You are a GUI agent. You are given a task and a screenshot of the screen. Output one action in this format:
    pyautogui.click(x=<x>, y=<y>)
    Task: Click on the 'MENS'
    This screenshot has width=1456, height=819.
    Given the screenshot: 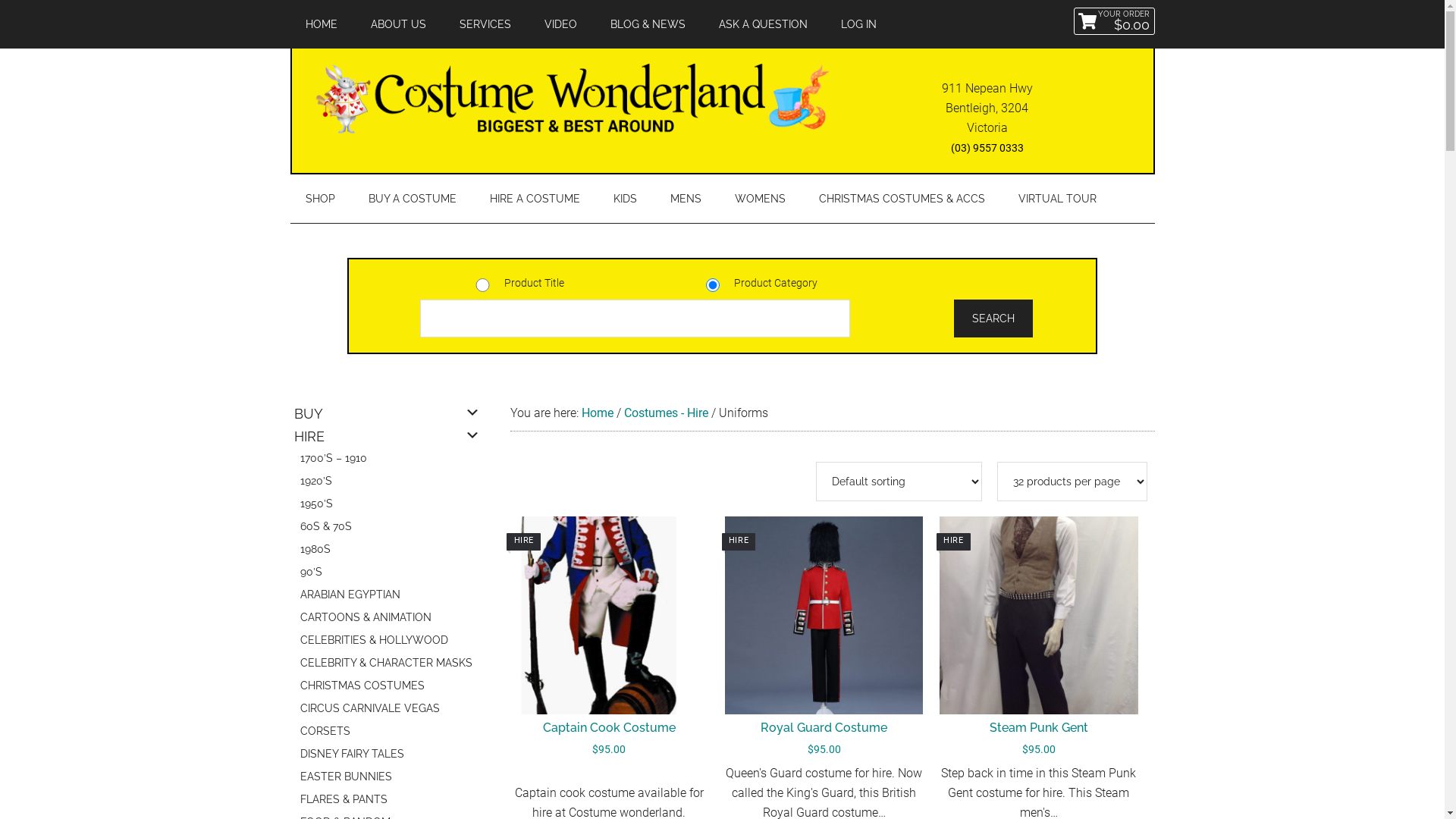 What is the action you would take?
    pyautogui.click(x=655, y=198)
    